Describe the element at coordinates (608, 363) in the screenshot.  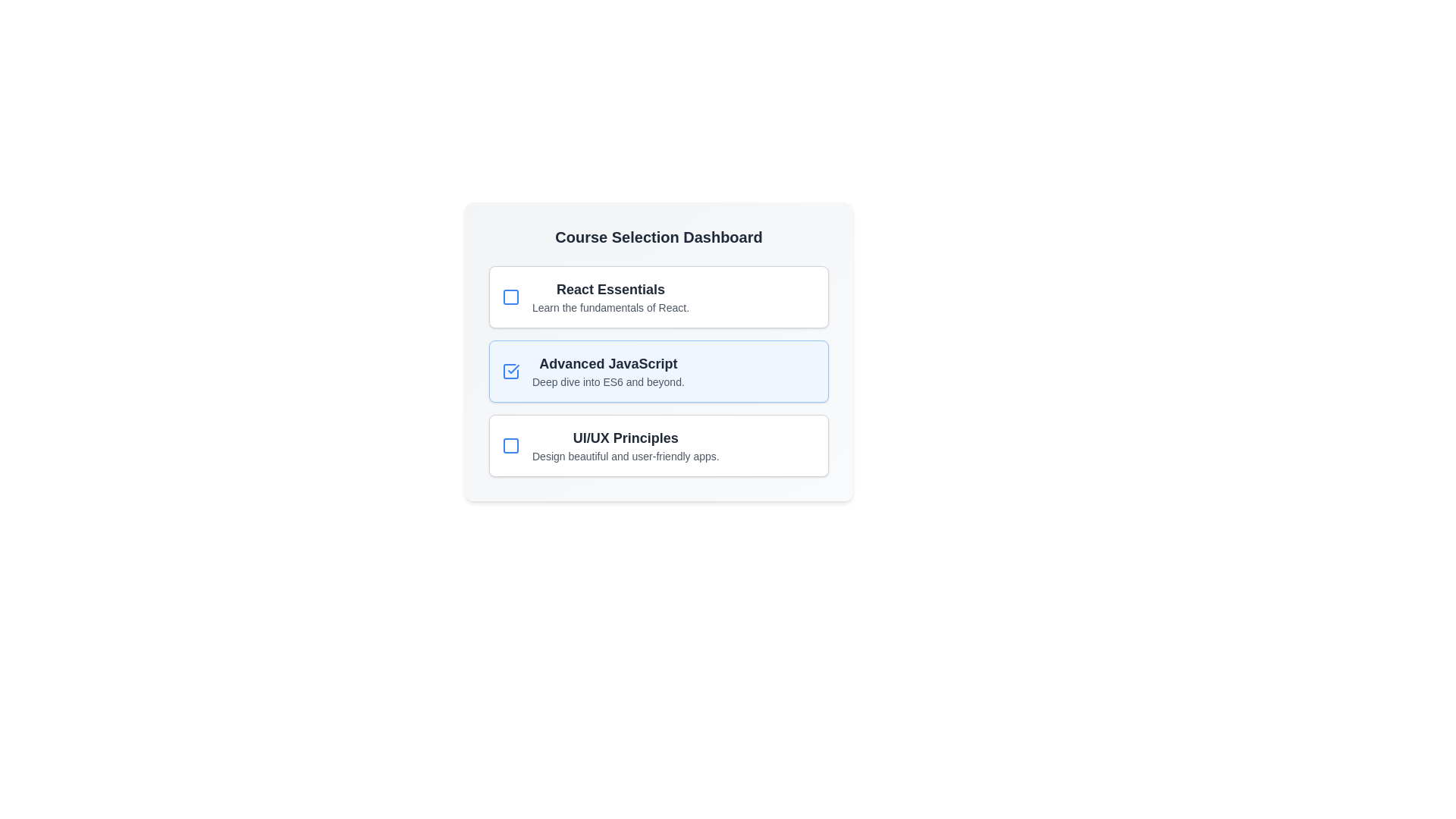
I see `the text label for the course option 'Advanced JavaScript', which is positioned in the center column of the interface, below 'React Essentials' and above 'UI/UX Principles'` at that location.